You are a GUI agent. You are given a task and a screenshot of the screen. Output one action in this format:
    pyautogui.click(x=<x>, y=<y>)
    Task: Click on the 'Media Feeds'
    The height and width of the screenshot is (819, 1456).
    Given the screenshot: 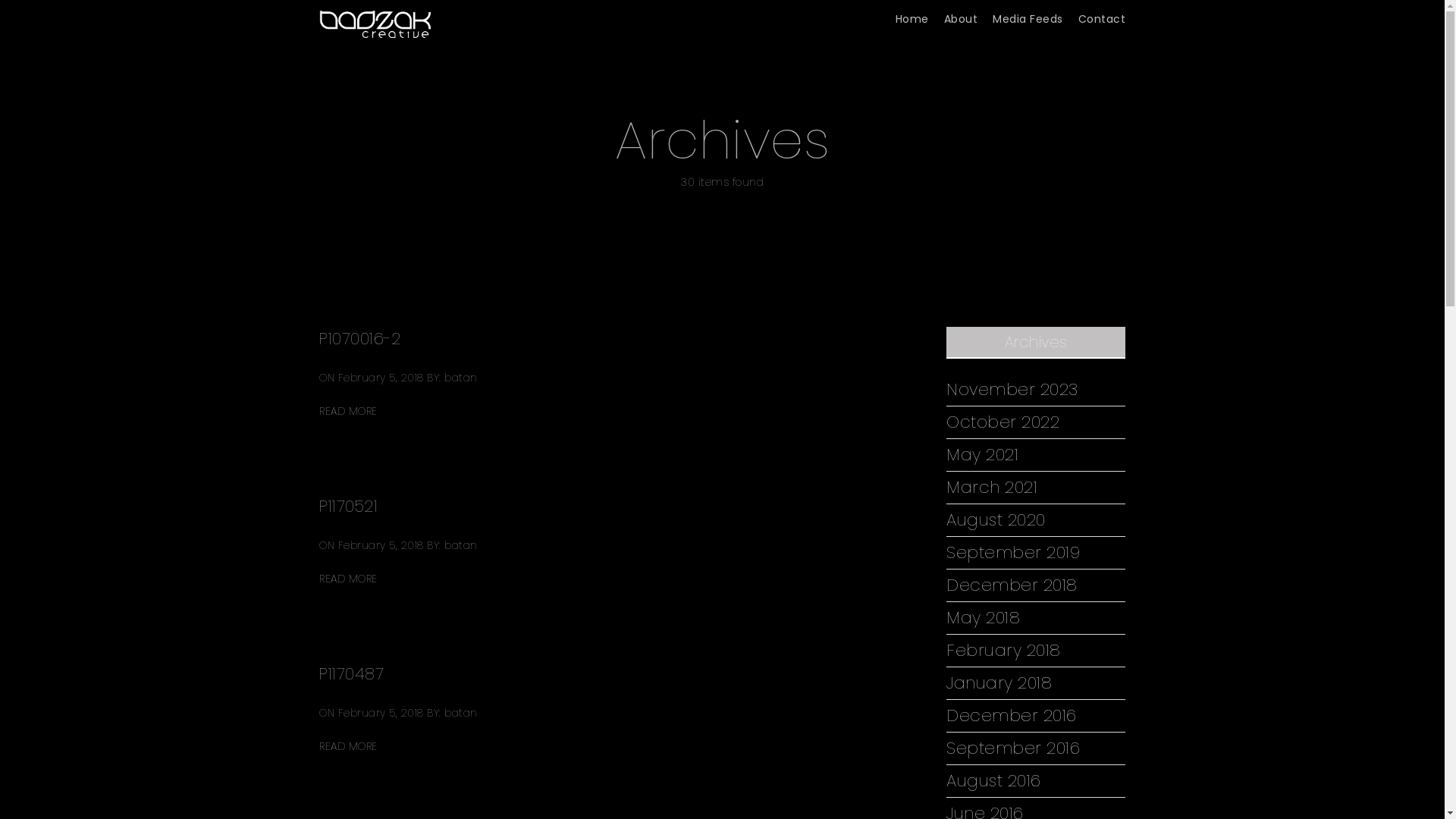 What is the action you would take?
    pyautogui.click(x=993, y=20)
    